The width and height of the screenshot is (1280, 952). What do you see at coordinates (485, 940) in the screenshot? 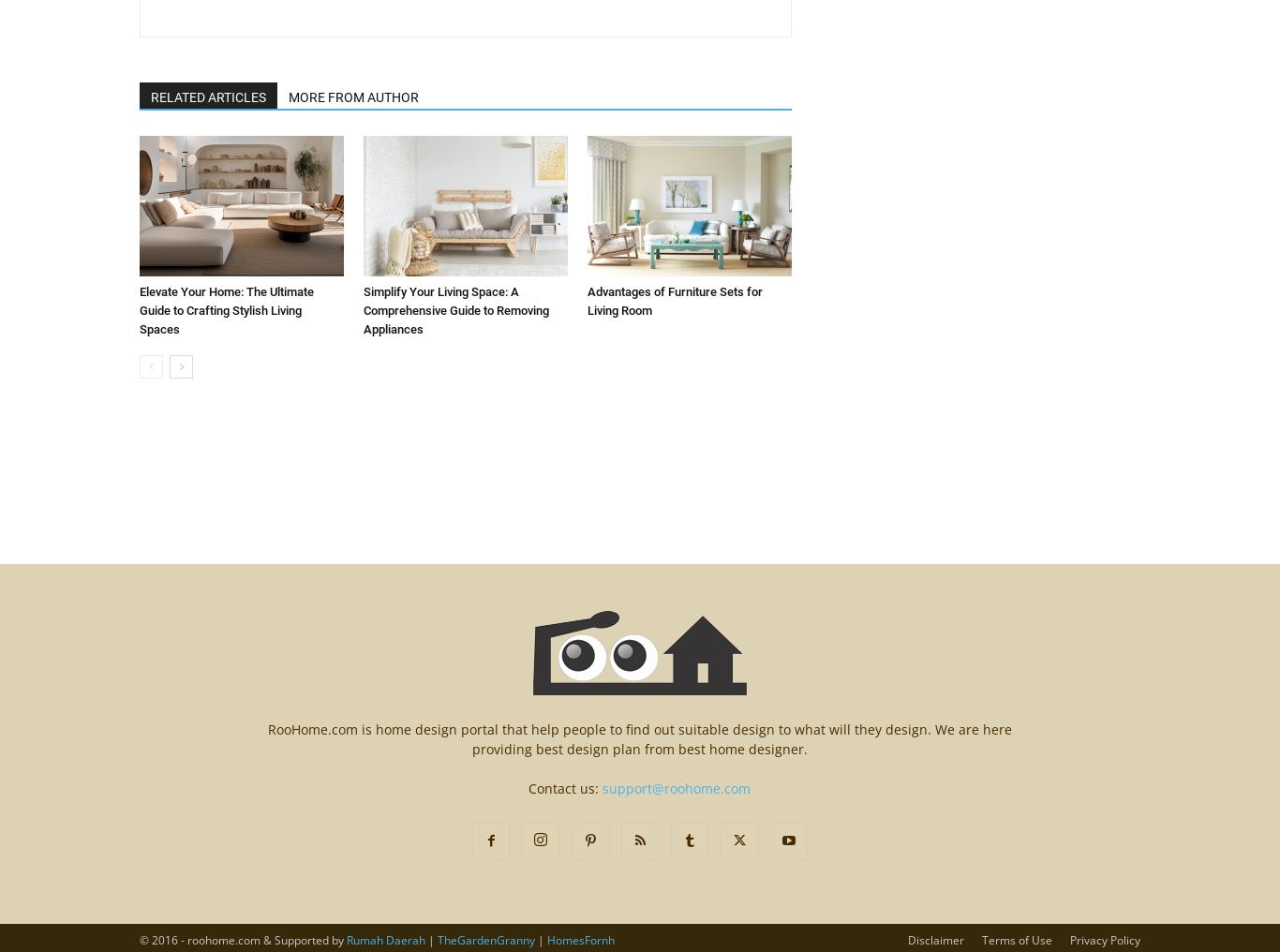
I see `'TheGardenGranny'` at bounding box center [485, 940].